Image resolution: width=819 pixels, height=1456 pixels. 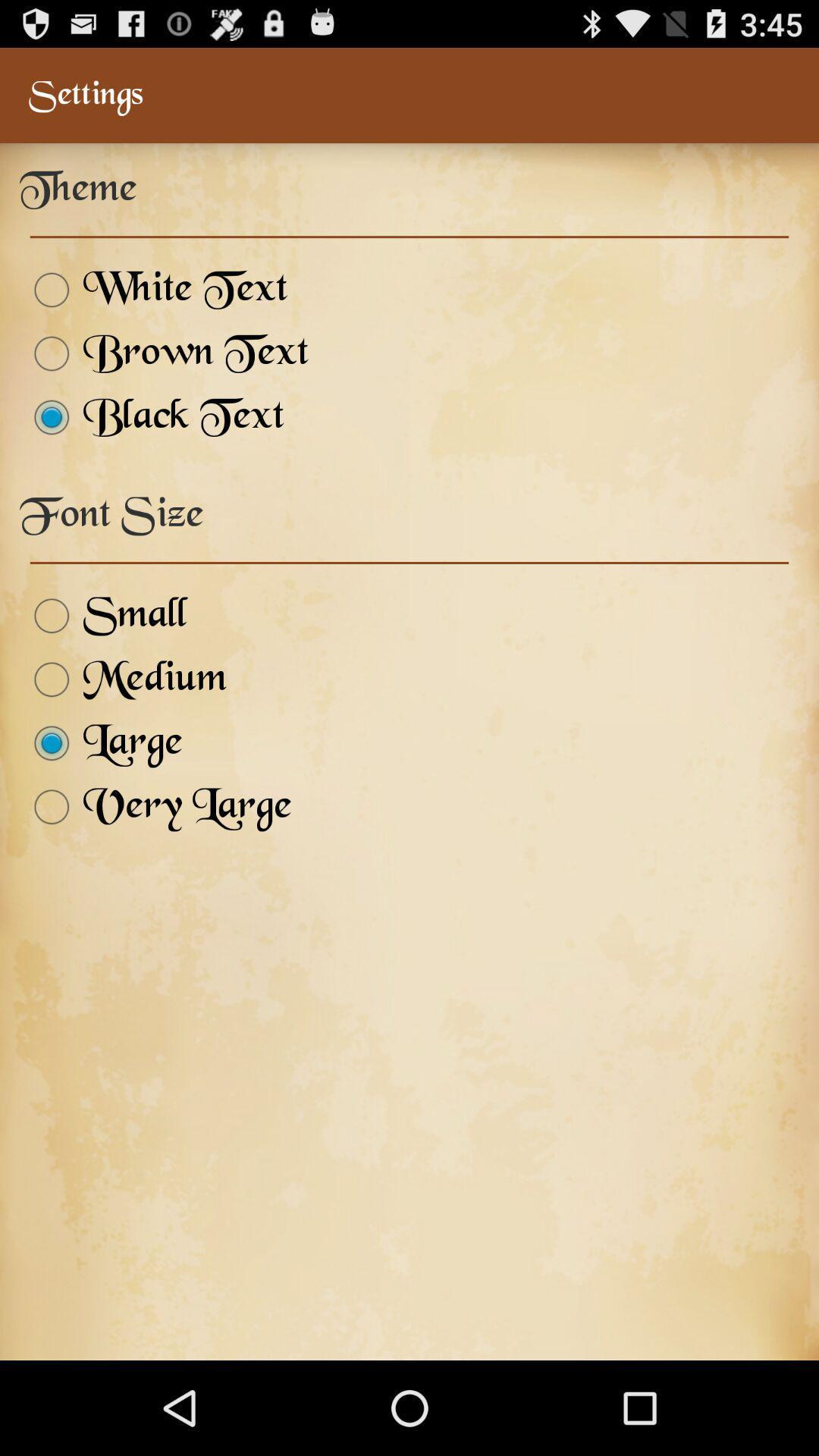 What do you see at coordinates (164, 353) in the screenshot?
I see `icon above black text item` at bounding box center [164, 353].